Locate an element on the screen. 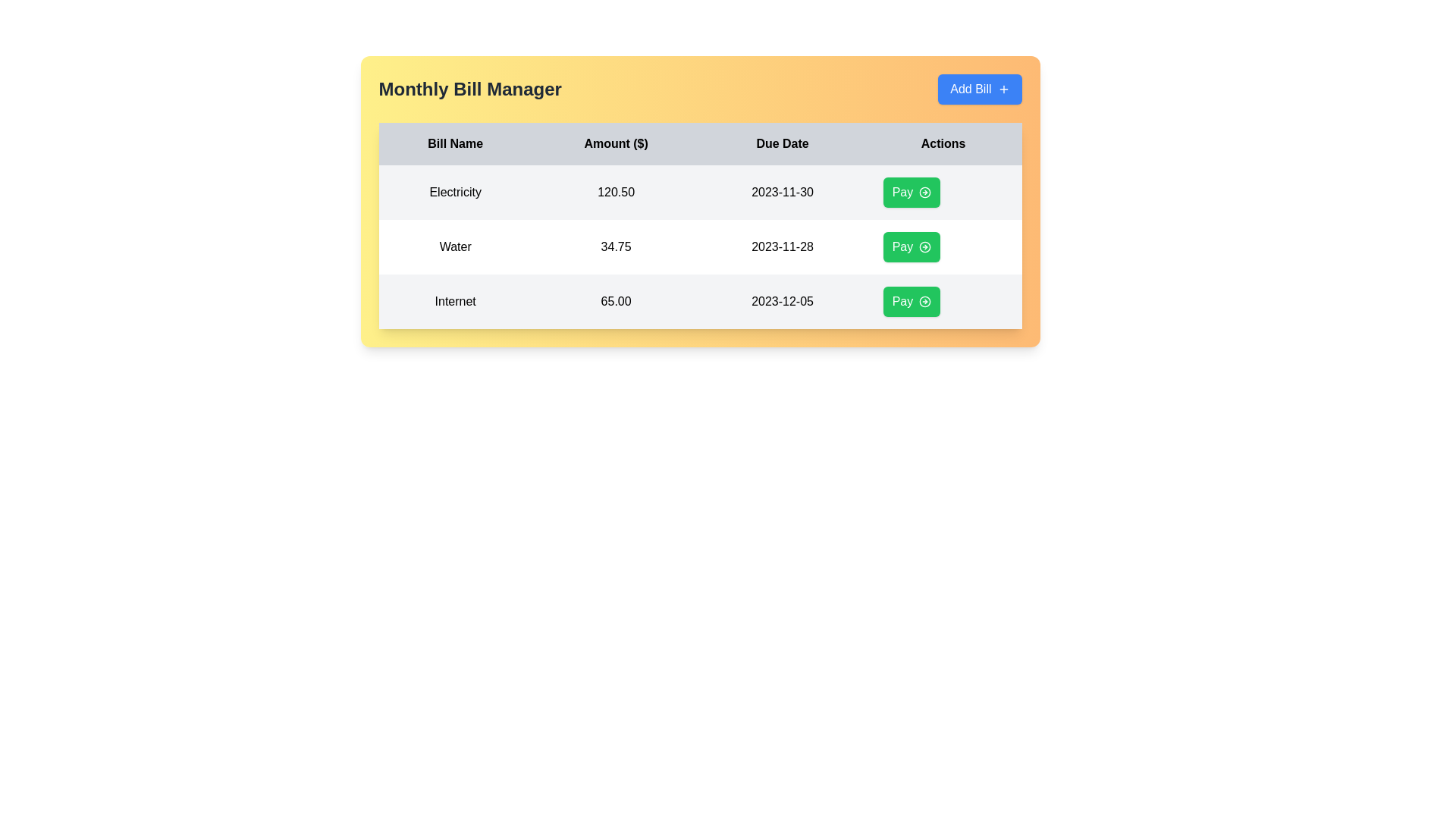 This screenshot has height=819, width=1456. the text display cell containing '2023-11-28' in the Monthly Bill Manager table, which is the third column in the second row is located at coordinates (783, 246).